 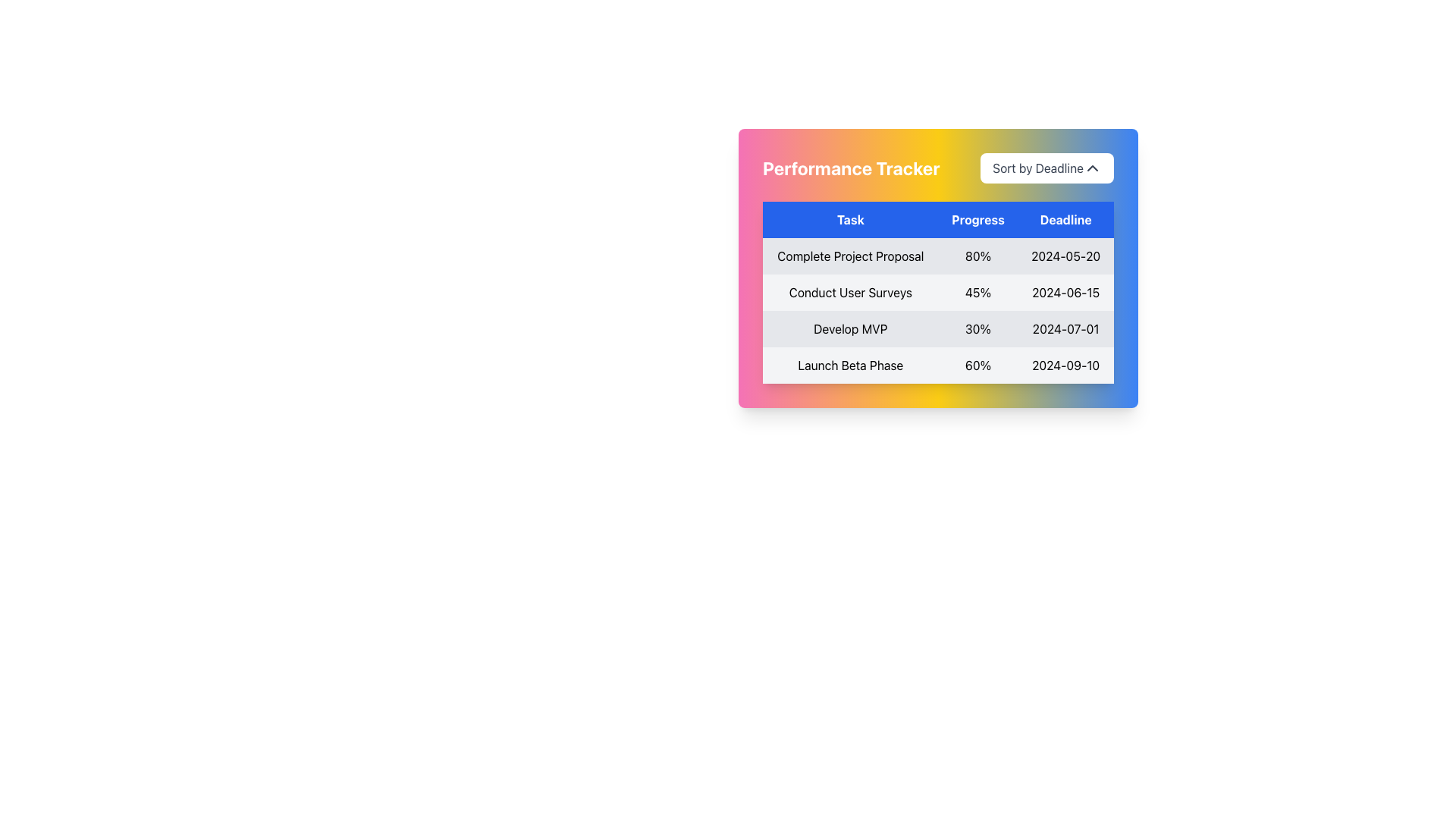 What do you see at coordinates (1065, 256) in the screenshot?
I see `the text display showing '2024-05-20' in the last column labeled 'Deadline' of the data table, which is aligned with the task 'Complete Project Proposal'` at bounding box center [1065, 256].